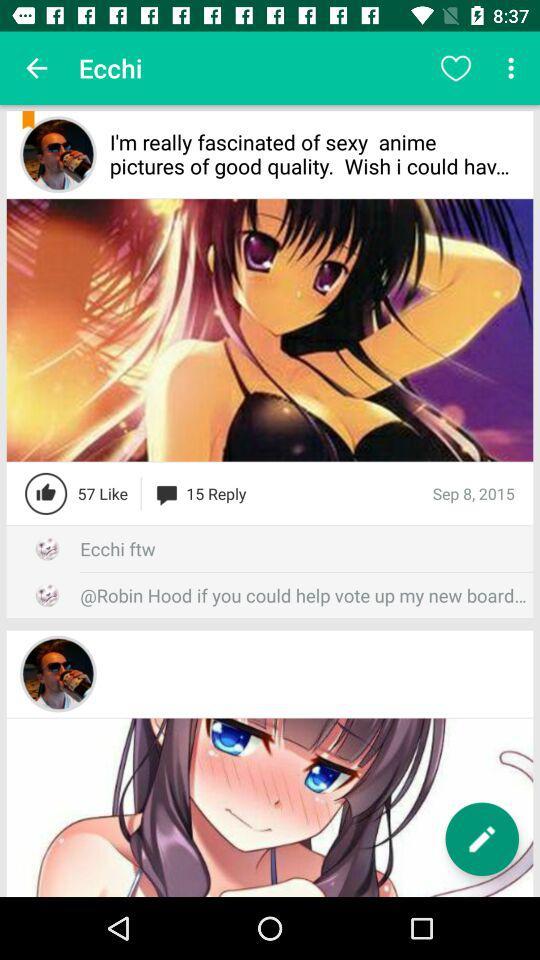 This screenshot has height=960, width=540. Describe the element at coordinates (36, 68) in the screenshot. I see `item to the left of the ecchi  item` at that location.